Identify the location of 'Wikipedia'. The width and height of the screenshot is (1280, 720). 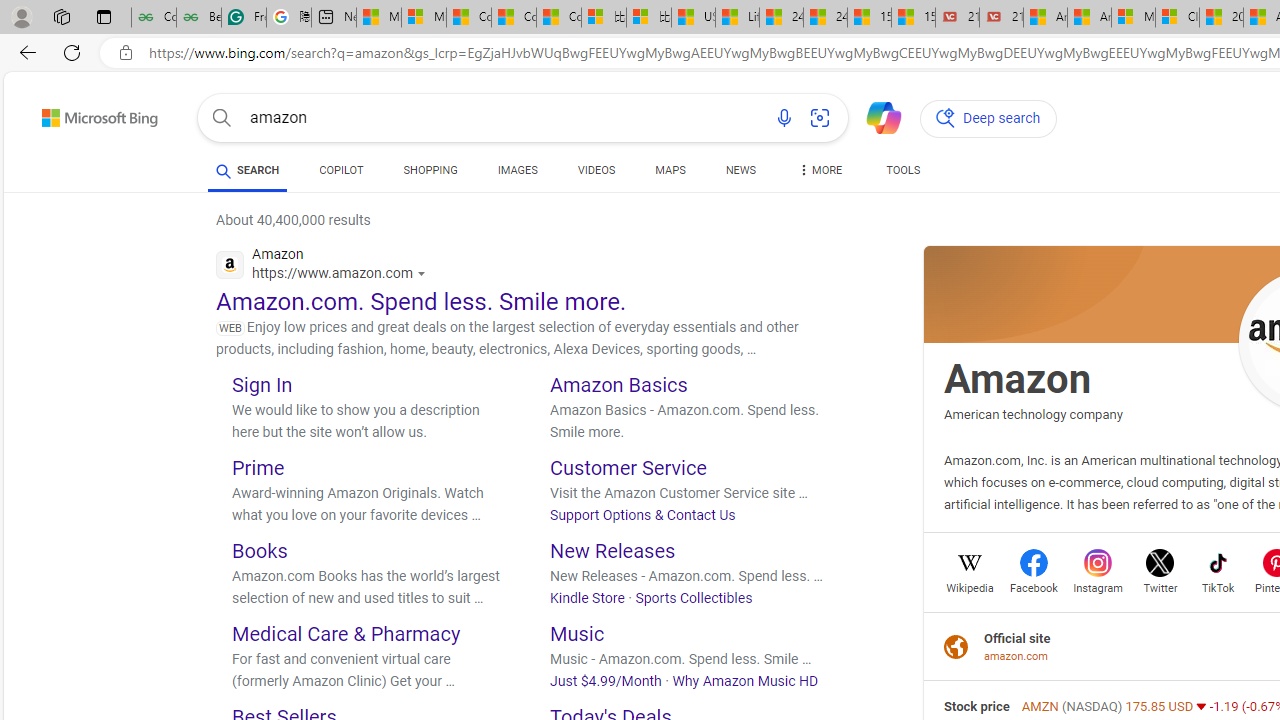
(970, 585).